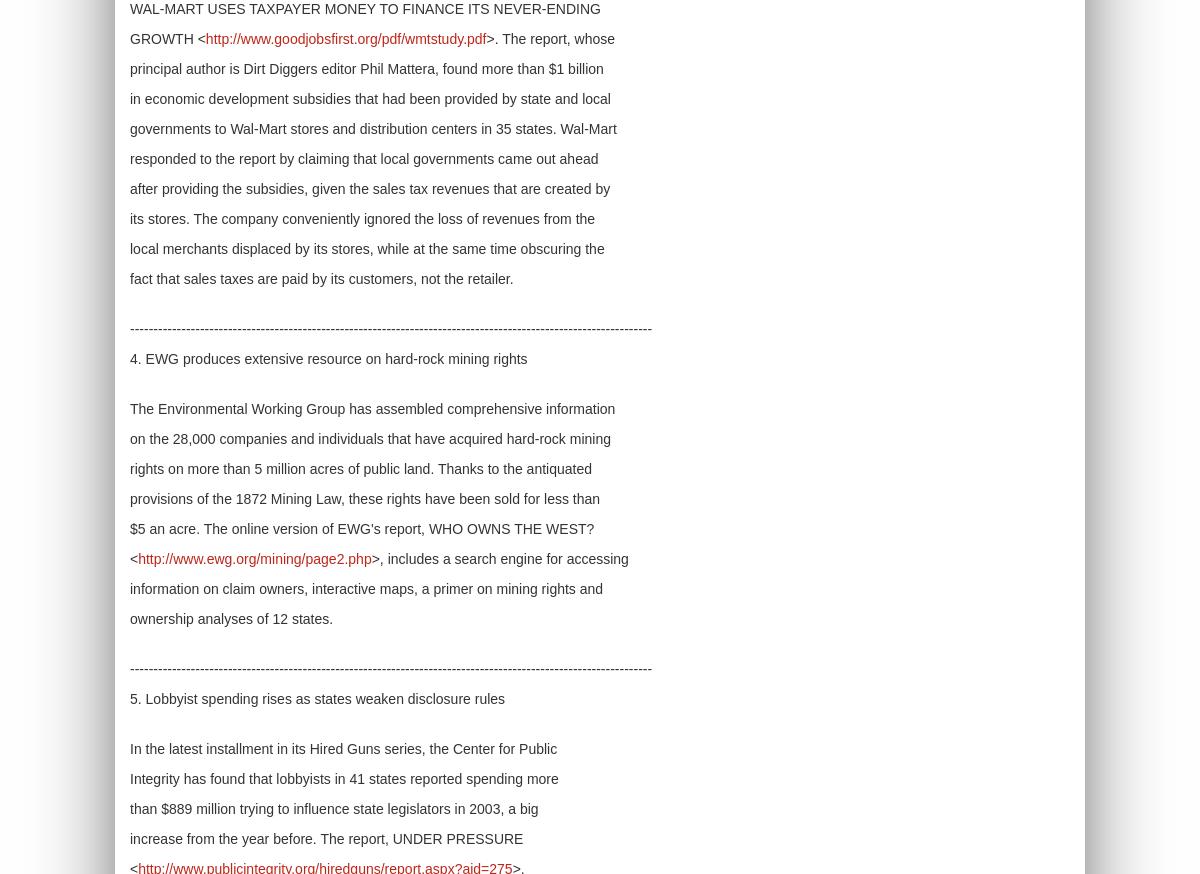  Describe the element at coordinates (365, 8) in the screenshot. I see `'WAL-MART USES TAXPAYER MONEY TO FINANCE ITS NEVER-ENDING'` at that location.